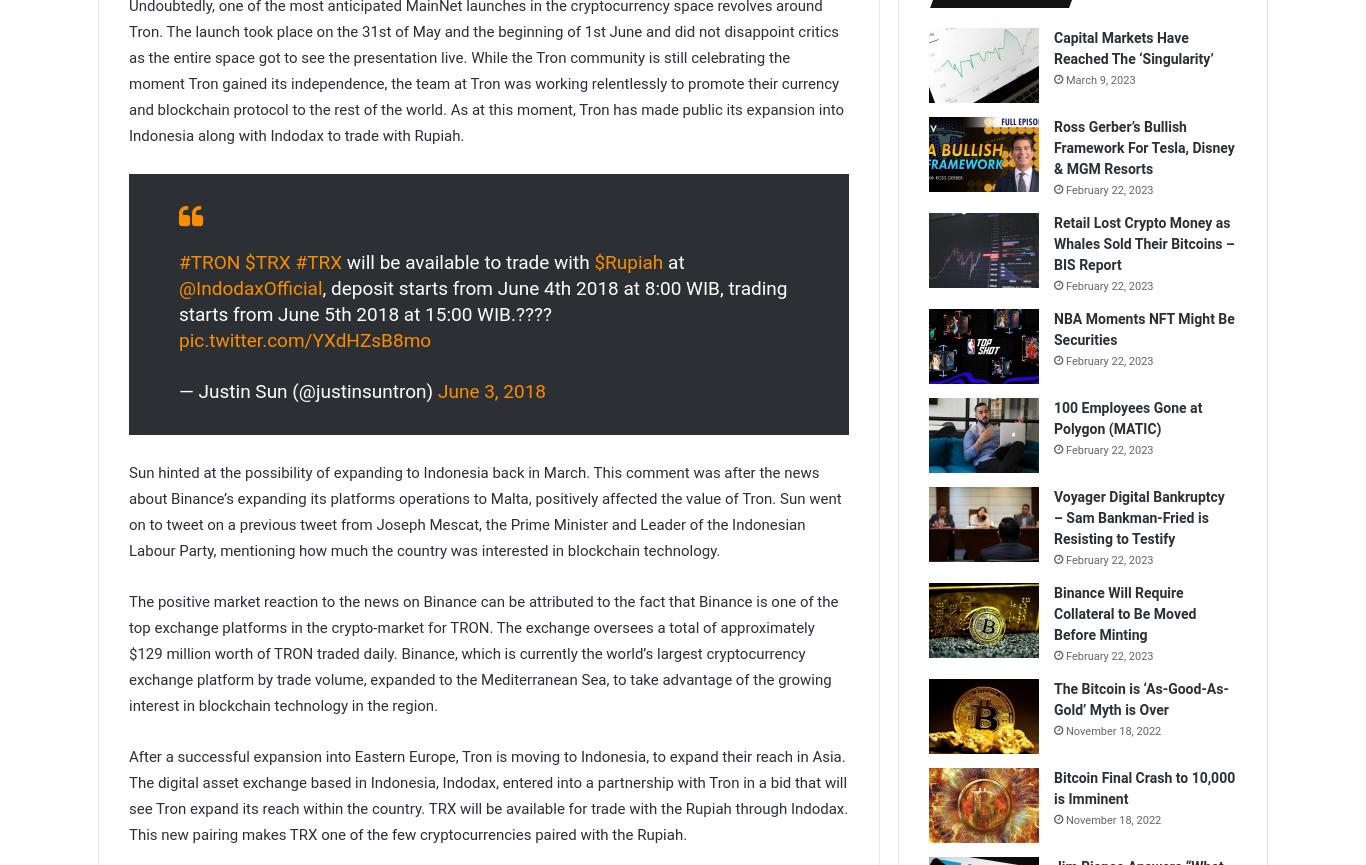 Image resolution: width=1366 pixels, height=865 pixels. What do you see at coordinates (672, 260) in the screenshot?
I see `'at'` at bounding box center [672, 260].